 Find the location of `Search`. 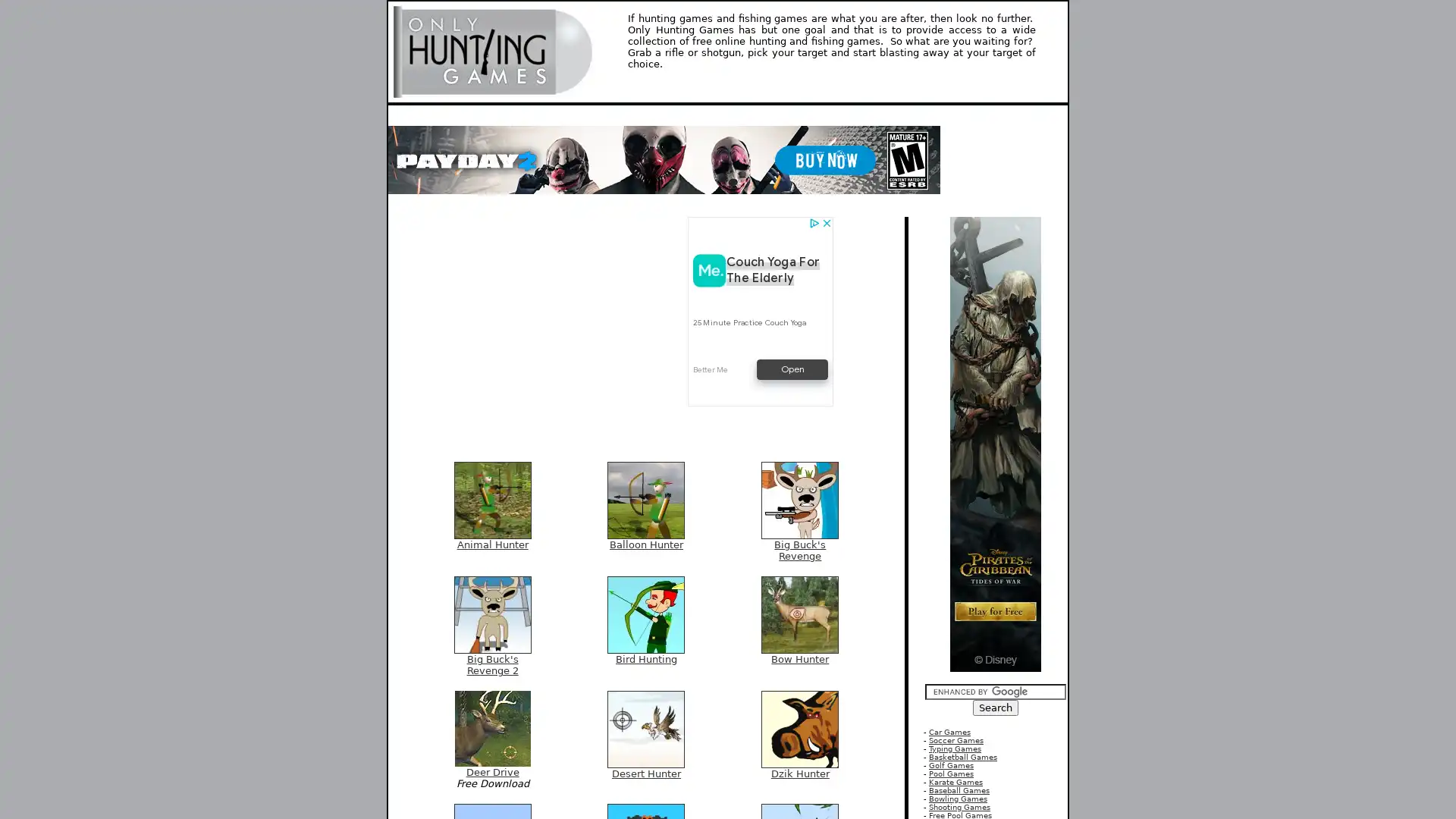

Search is located at coordinates (996, 708).